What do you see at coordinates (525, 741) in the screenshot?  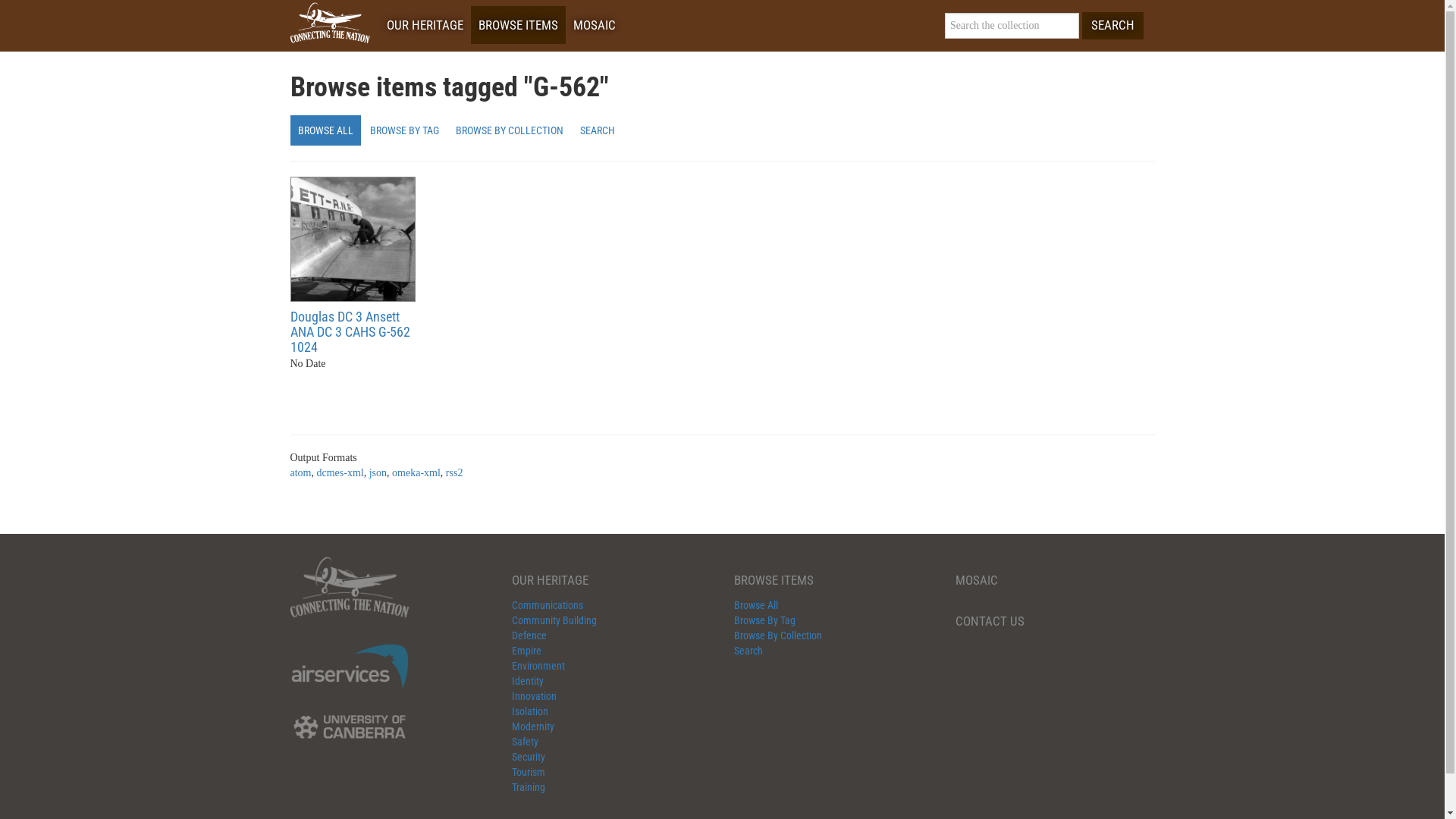 I see `'Safety'` at bounding box center [525, 741].